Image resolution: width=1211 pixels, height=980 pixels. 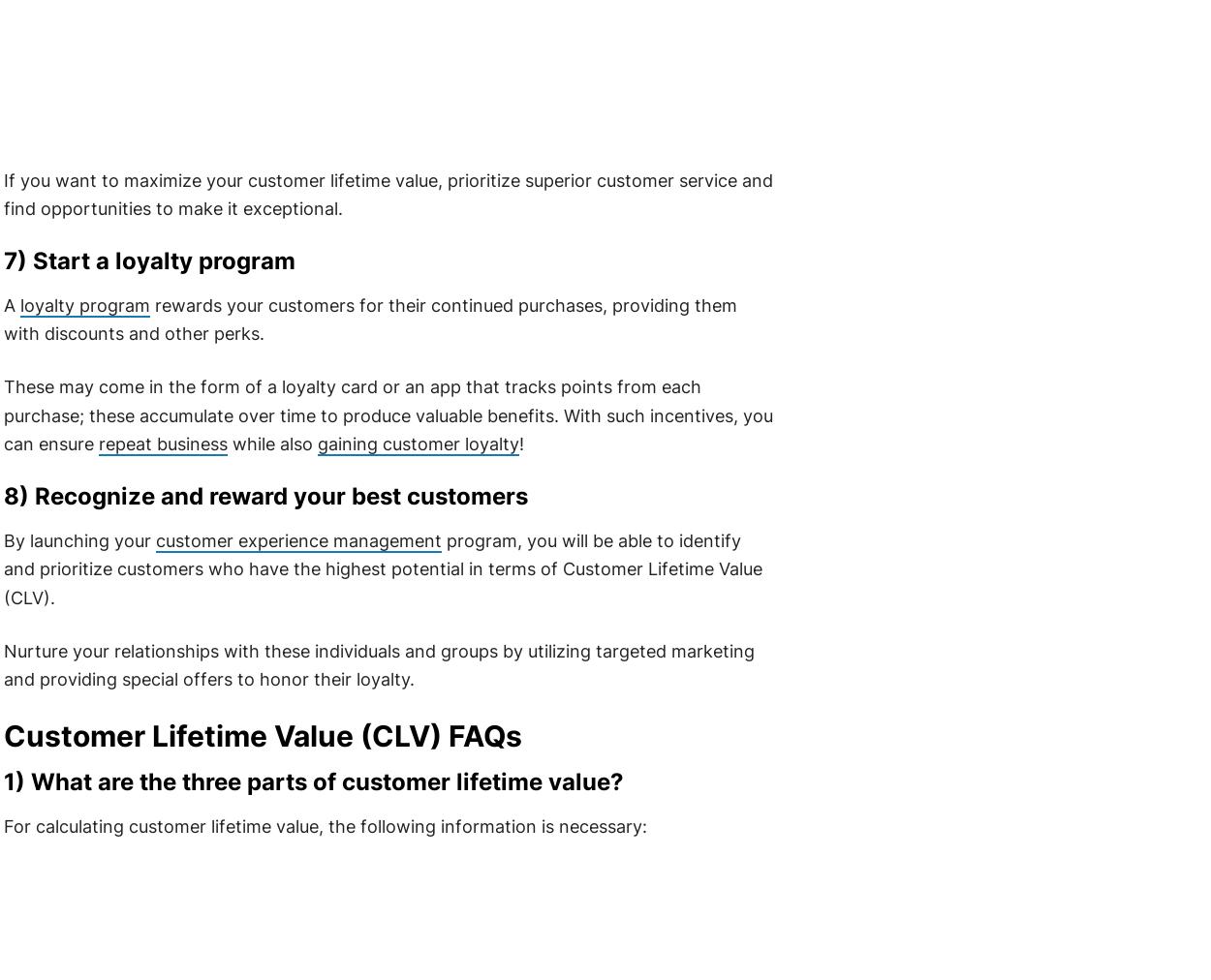 I want to click on 'Customer Lifetime Value (CLV) FAQs', so click(x=262, y=735).